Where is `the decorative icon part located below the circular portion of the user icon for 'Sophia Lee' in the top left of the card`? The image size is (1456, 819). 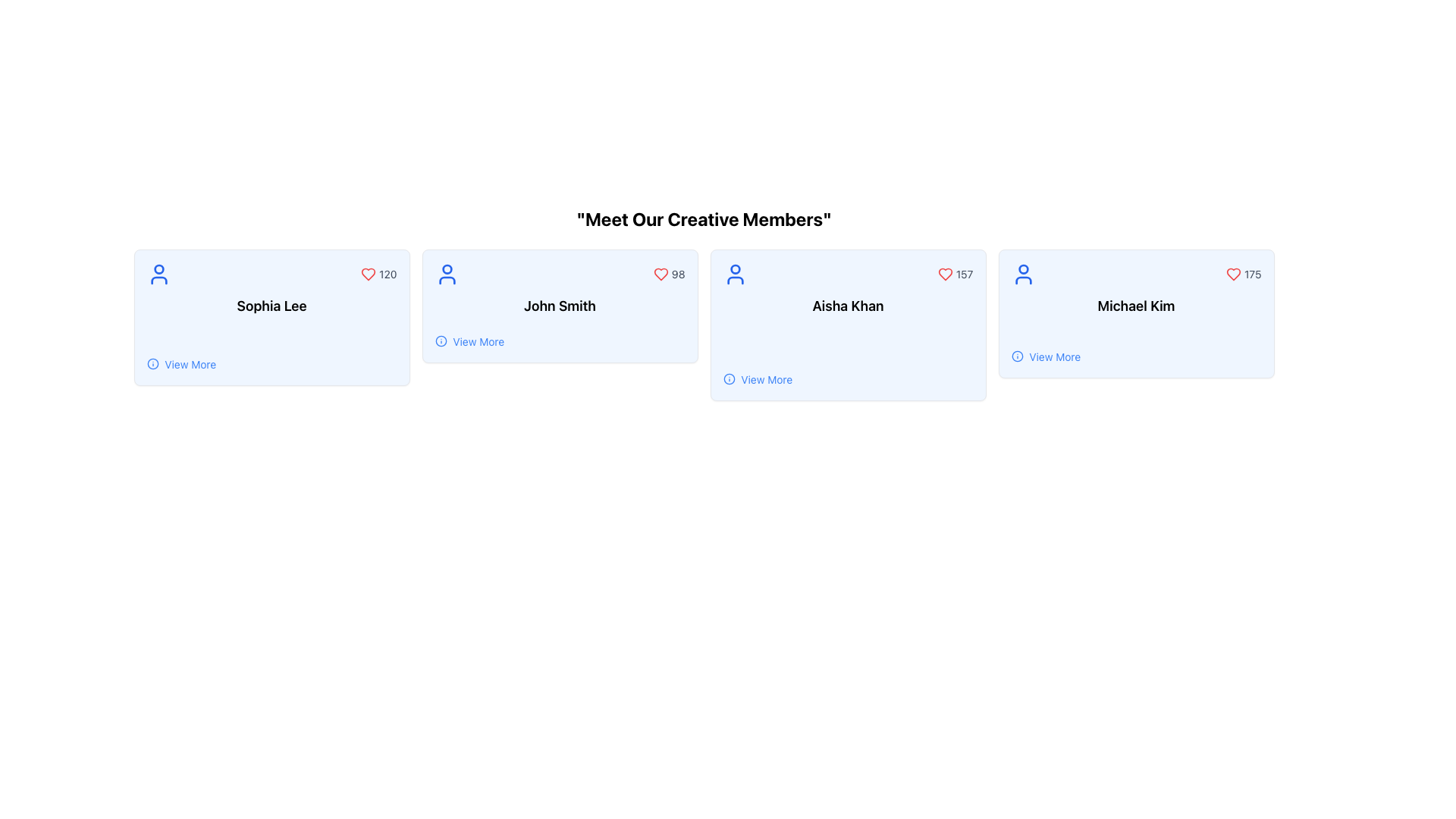 the decorative icon part located below the circular portion of the user icon for 'Sophia Lee' in the top left of the card is located at coordinates (158, 281).